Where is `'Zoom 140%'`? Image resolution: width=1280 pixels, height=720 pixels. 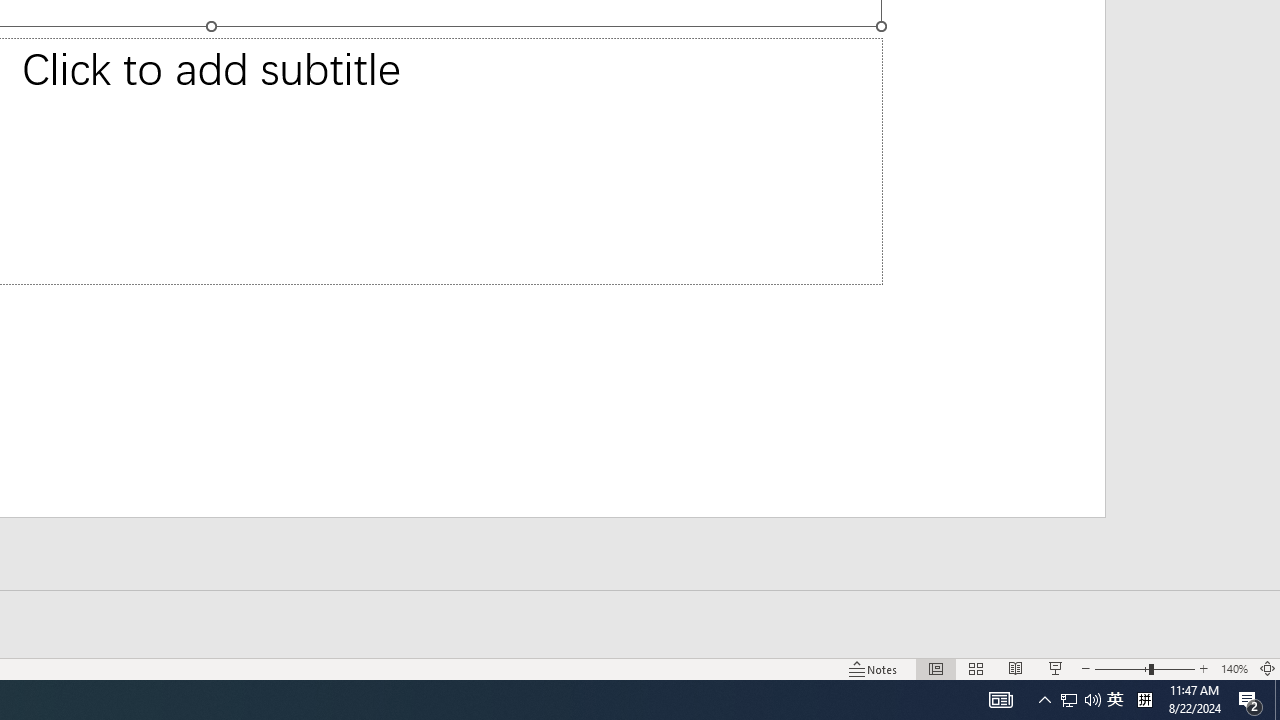
'Zoom 140%' is located at coordinates (1233, 669).